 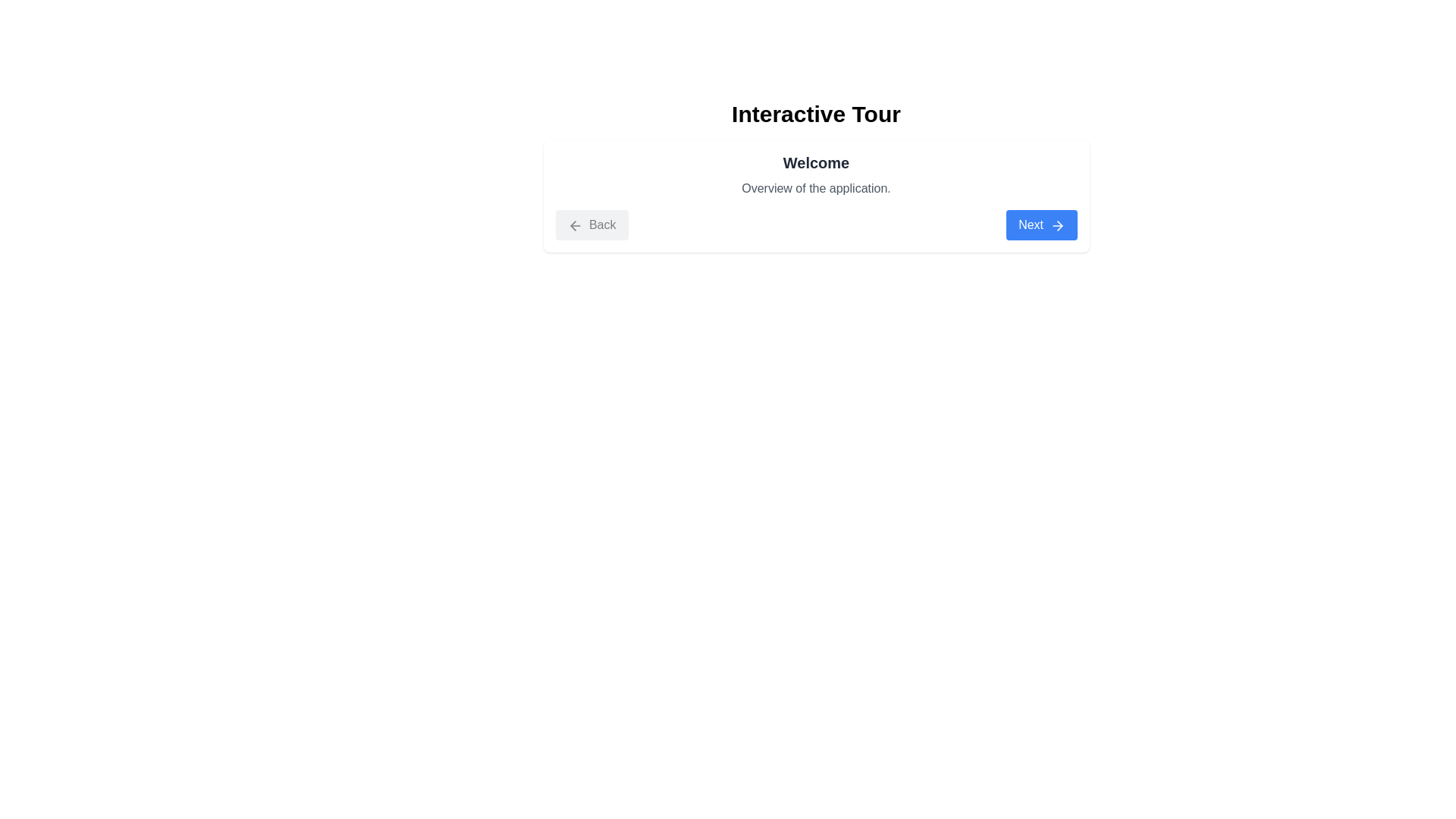 What do you see at coordinates (572, 225) in the screenshot?
I see `the back navigation arrow icon located inside the 'Back' button on the left side of the interface` at bounding box center [572, 225].